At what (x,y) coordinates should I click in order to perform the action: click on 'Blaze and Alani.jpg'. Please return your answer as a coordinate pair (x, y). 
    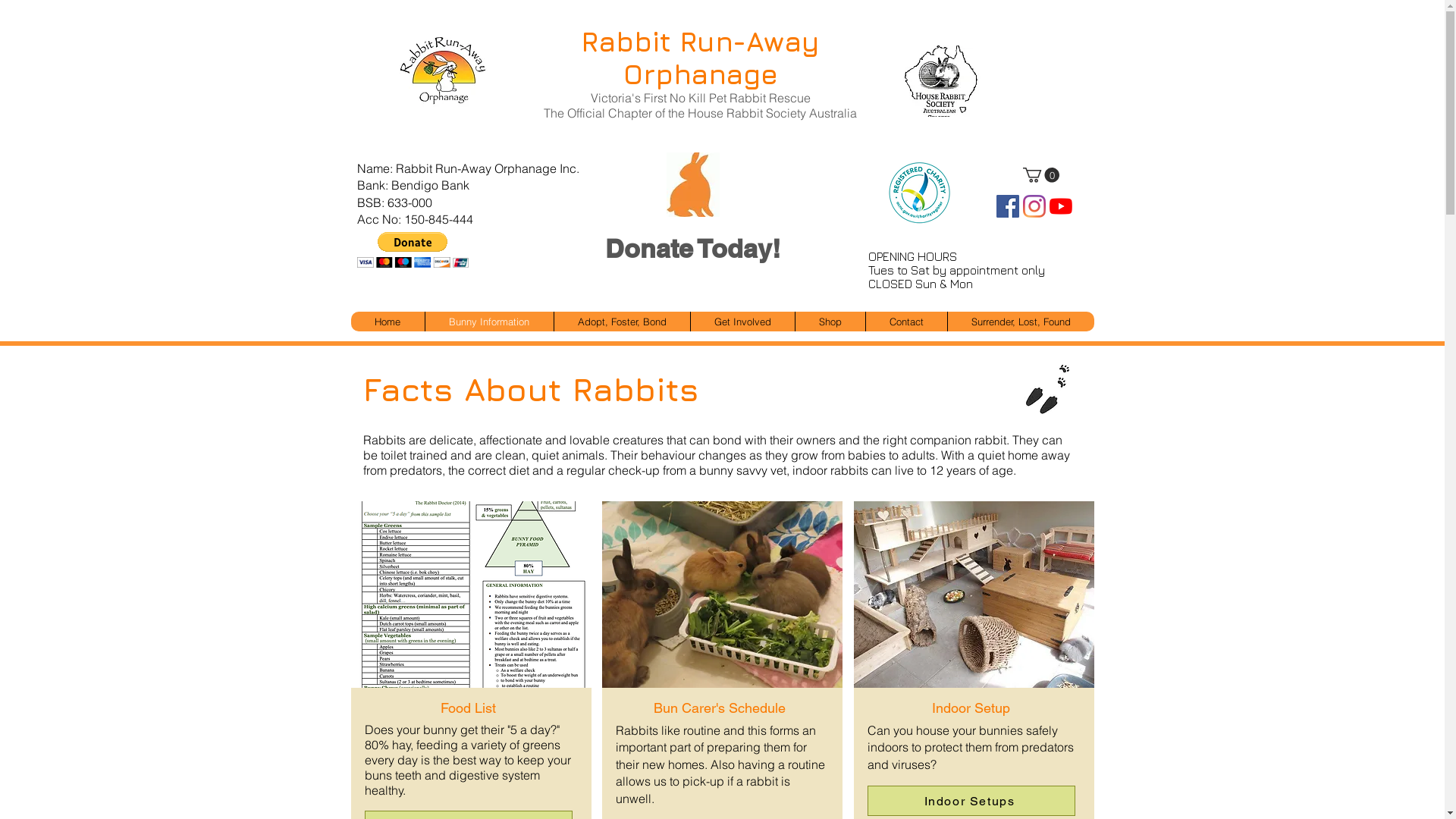
    Looking at the image, I should click on (469, 587).